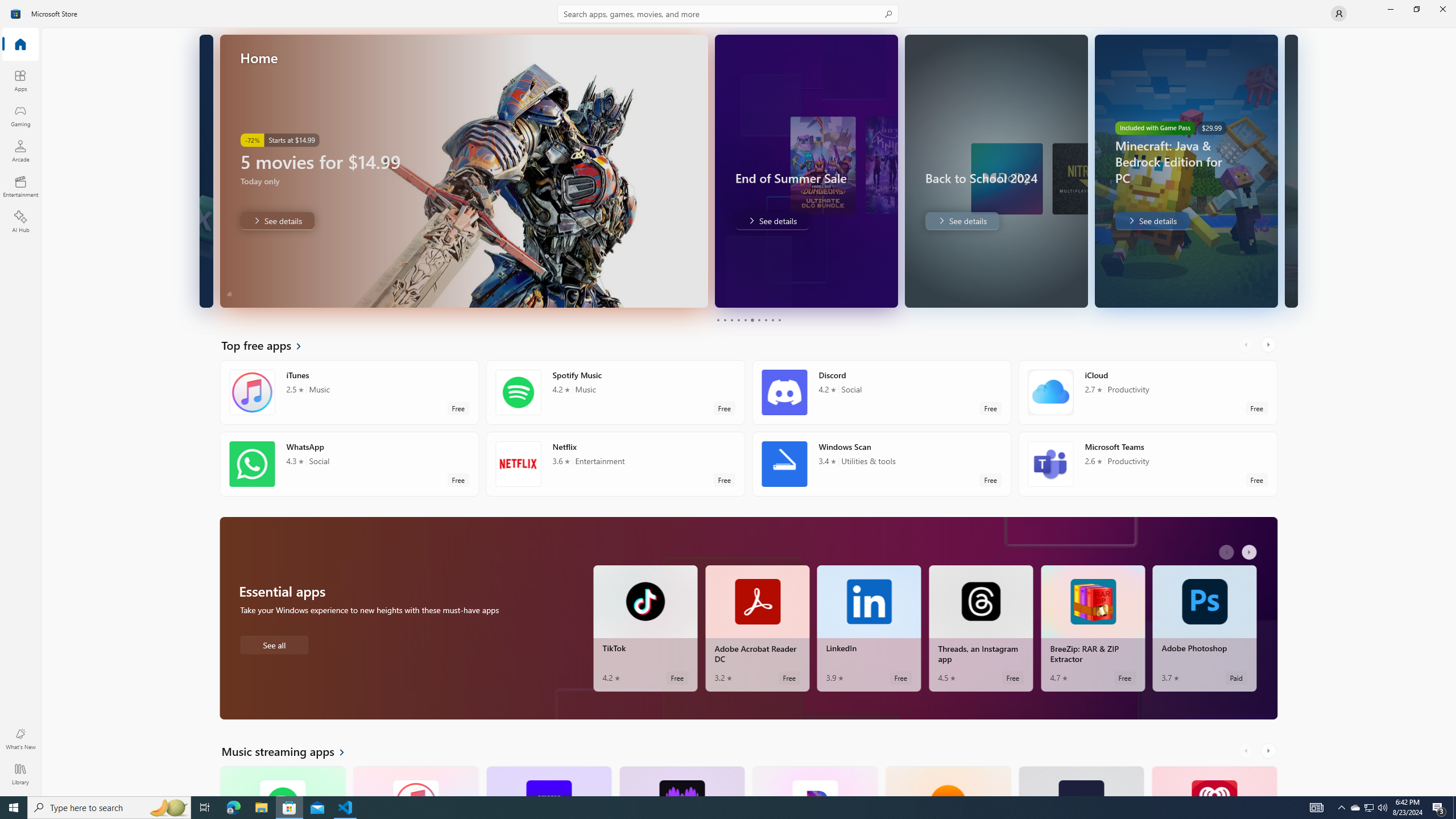  I want to click on 'Library', so click(19, 773).